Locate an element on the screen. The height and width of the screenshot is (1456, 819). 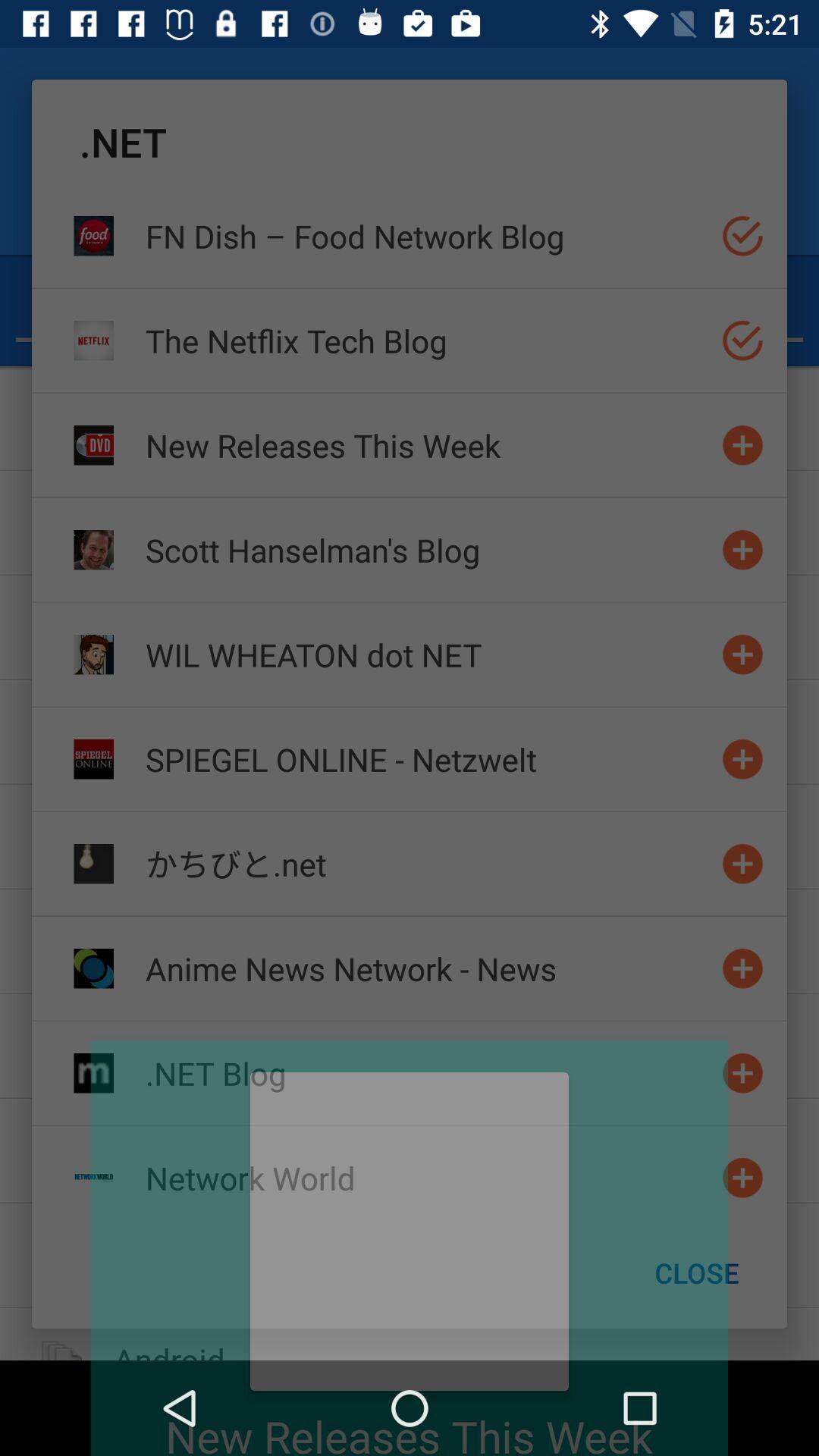
the spiegel online - netzwelt icon is located at coordinates (427, 759).